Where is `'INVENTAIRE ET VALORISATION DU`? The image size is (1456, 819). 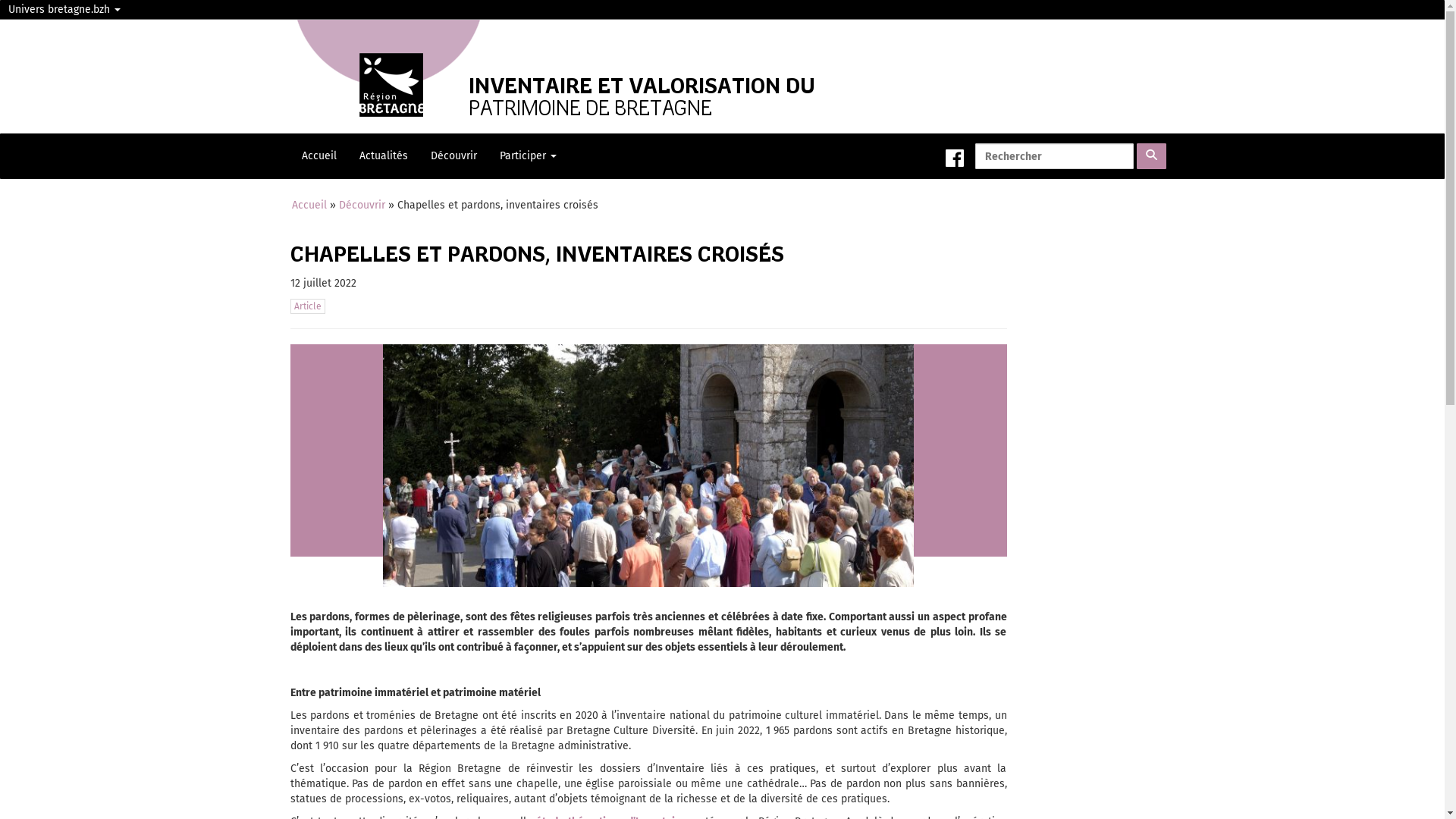
'INVENTAIRE ET VALORISATION DU is located at coordinates (611, 80).